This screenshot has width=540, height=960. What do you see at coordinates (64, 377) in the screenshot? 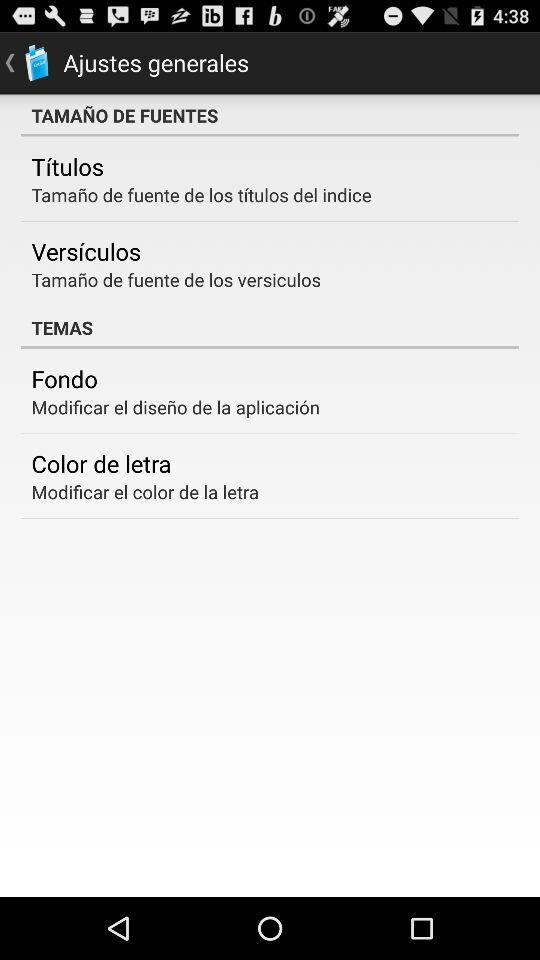
I see `icon below the temas icon` at bounding box center [64, 377].